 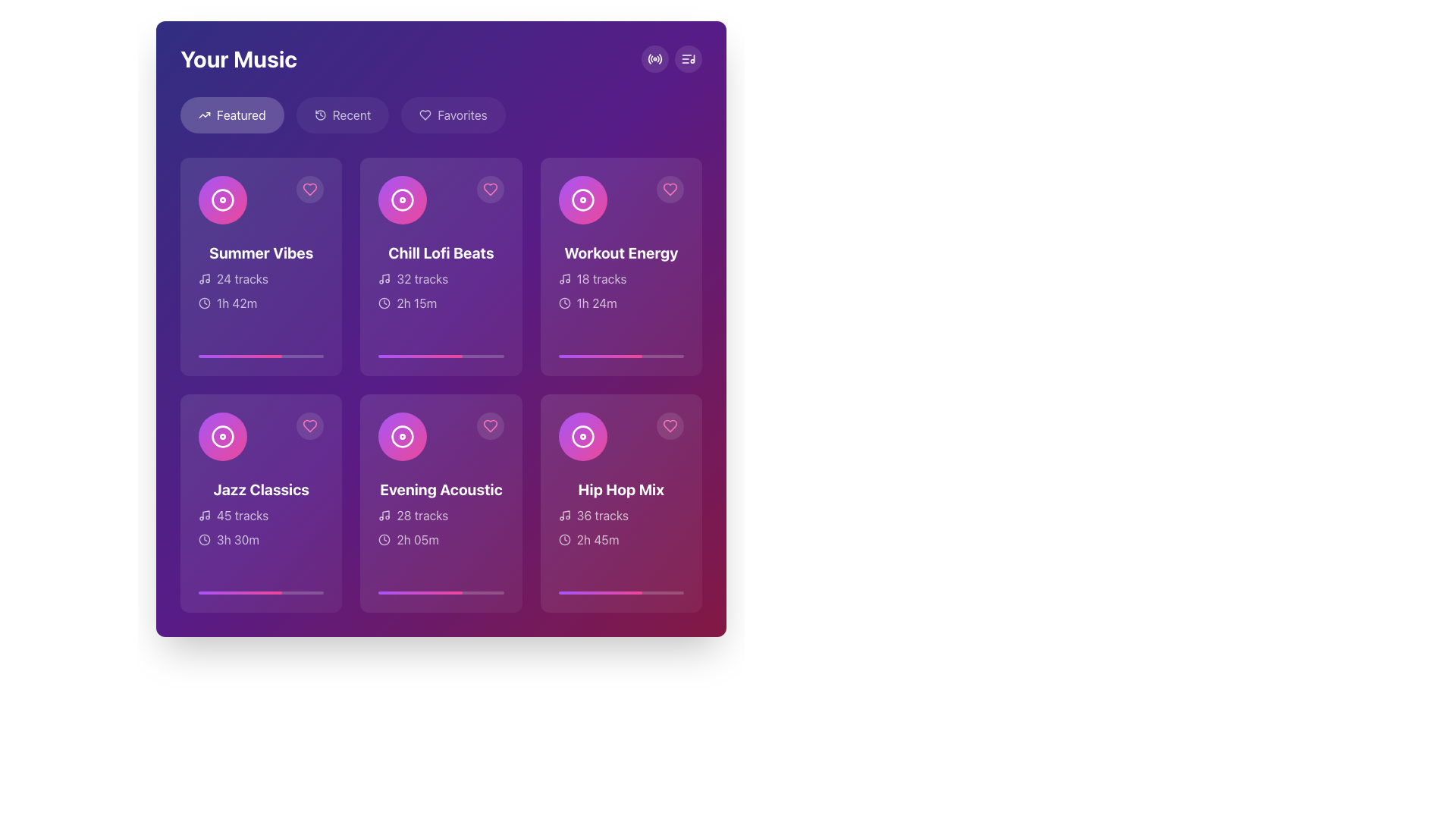 I want to click on the progress bar centered within the 'Evening Acoustic' card, located at the bottom center of the card, indicating partial completion of a task or media playback, so click(x=420, y=592).